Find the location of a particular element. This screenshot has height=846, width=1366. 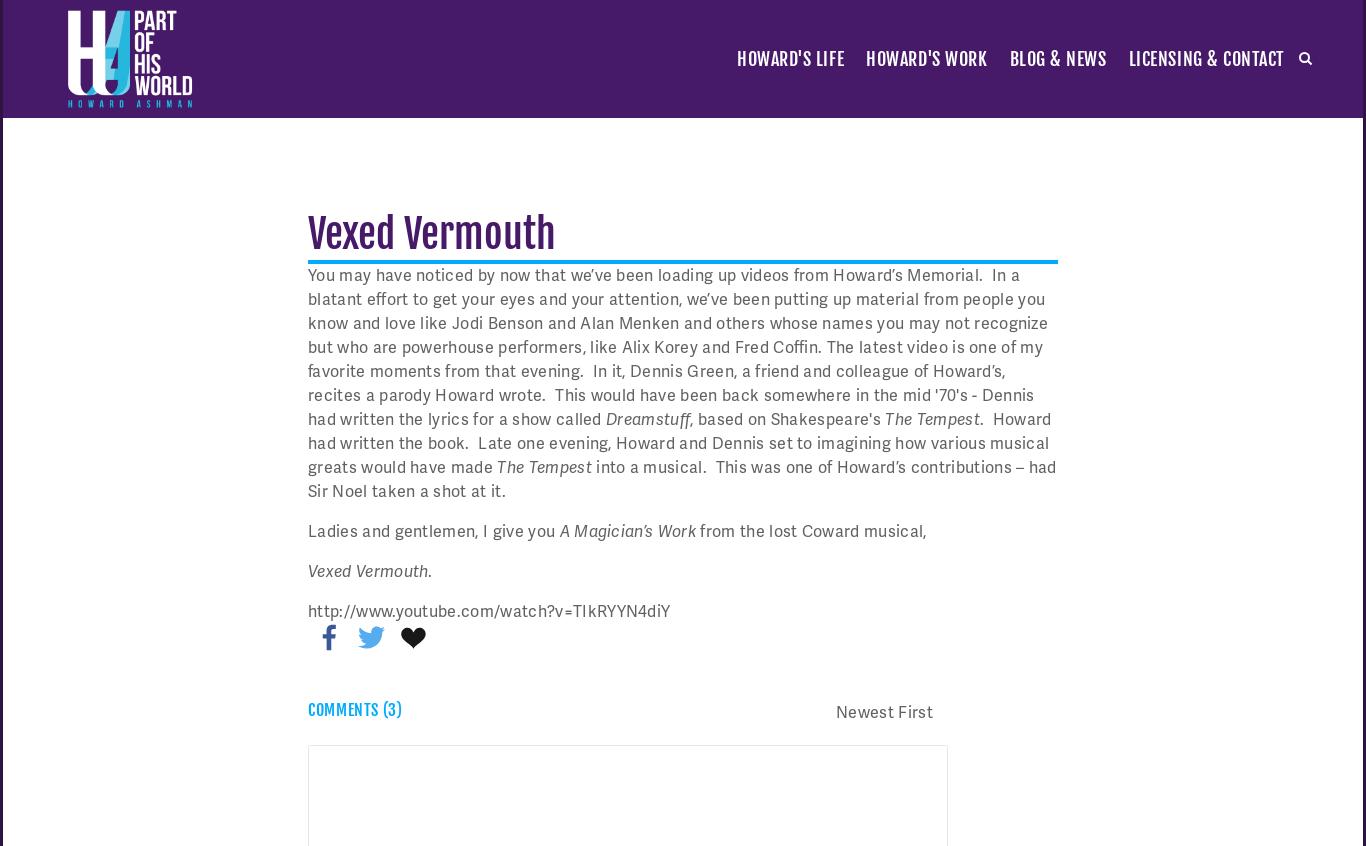

'Comments (3)' is located at coordinates (354, 708).